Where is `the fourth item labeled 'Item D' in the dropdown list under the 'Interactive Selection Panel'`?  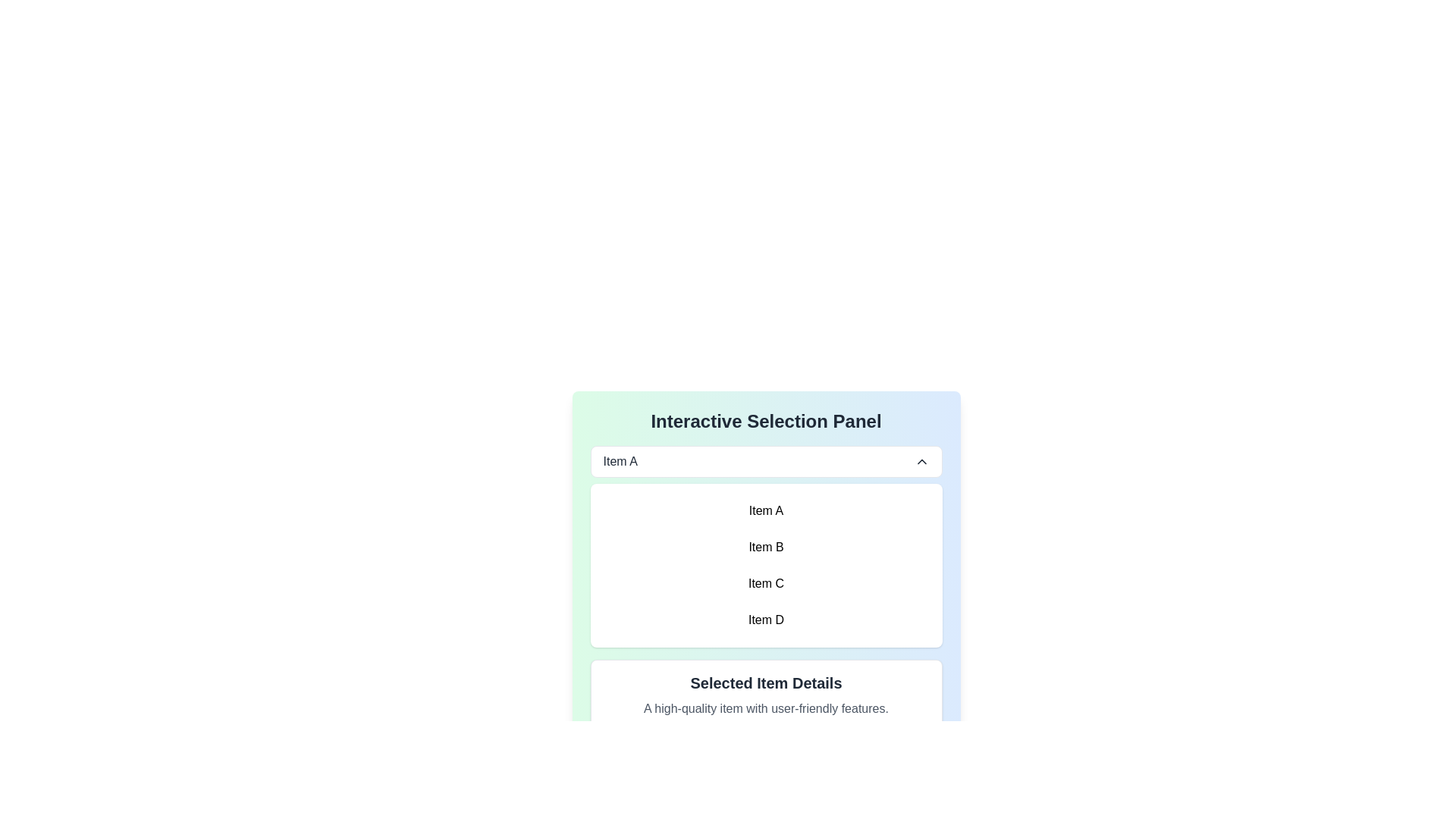
the fourth item labeled 'Item D' in the dropdown list under the 'Interactive Selection Panel' is located at coordinates (766, 620).